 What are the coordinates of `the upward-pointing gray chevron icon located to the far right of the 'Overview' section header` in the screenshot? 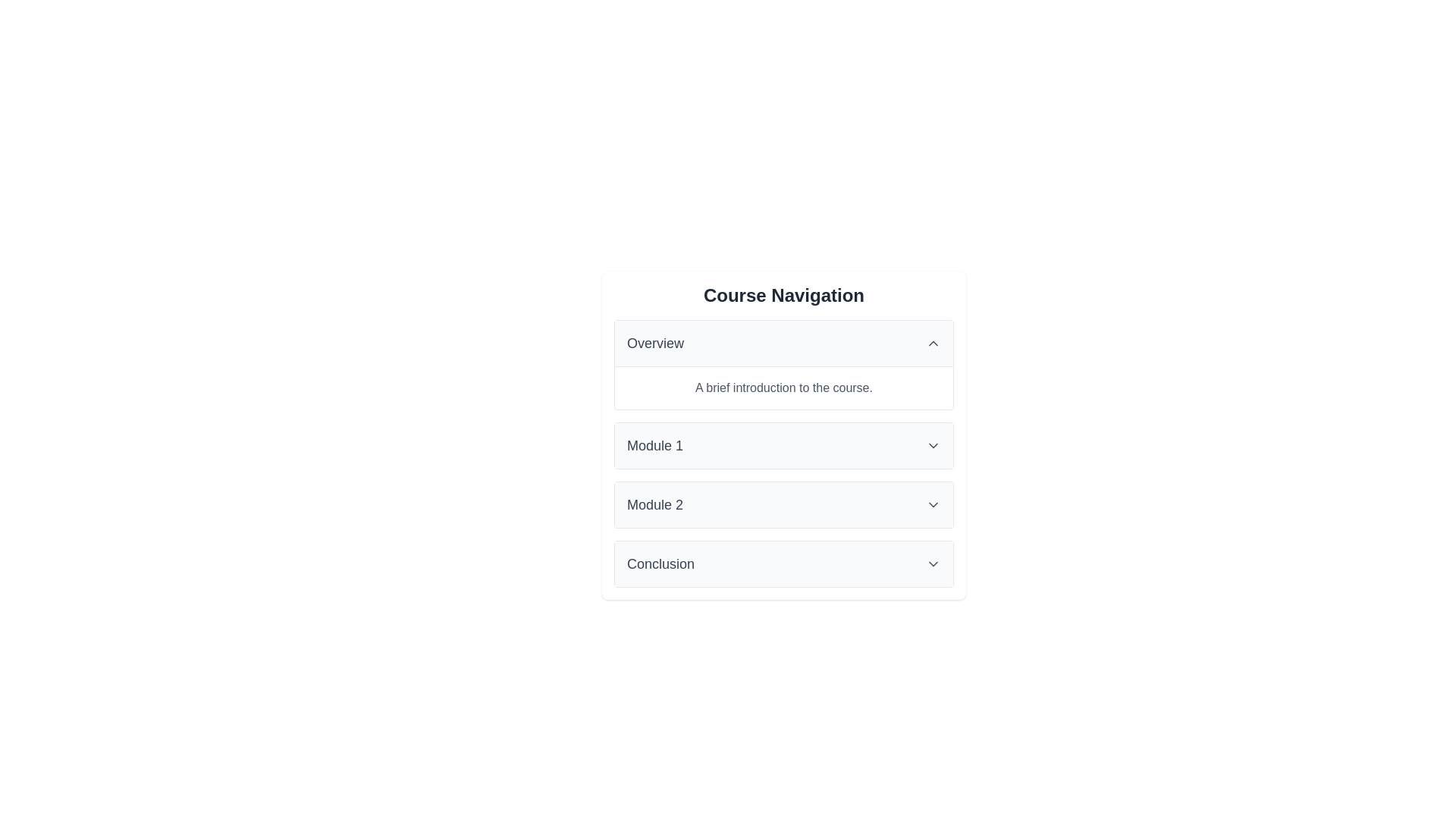 It's located at (932, 343).